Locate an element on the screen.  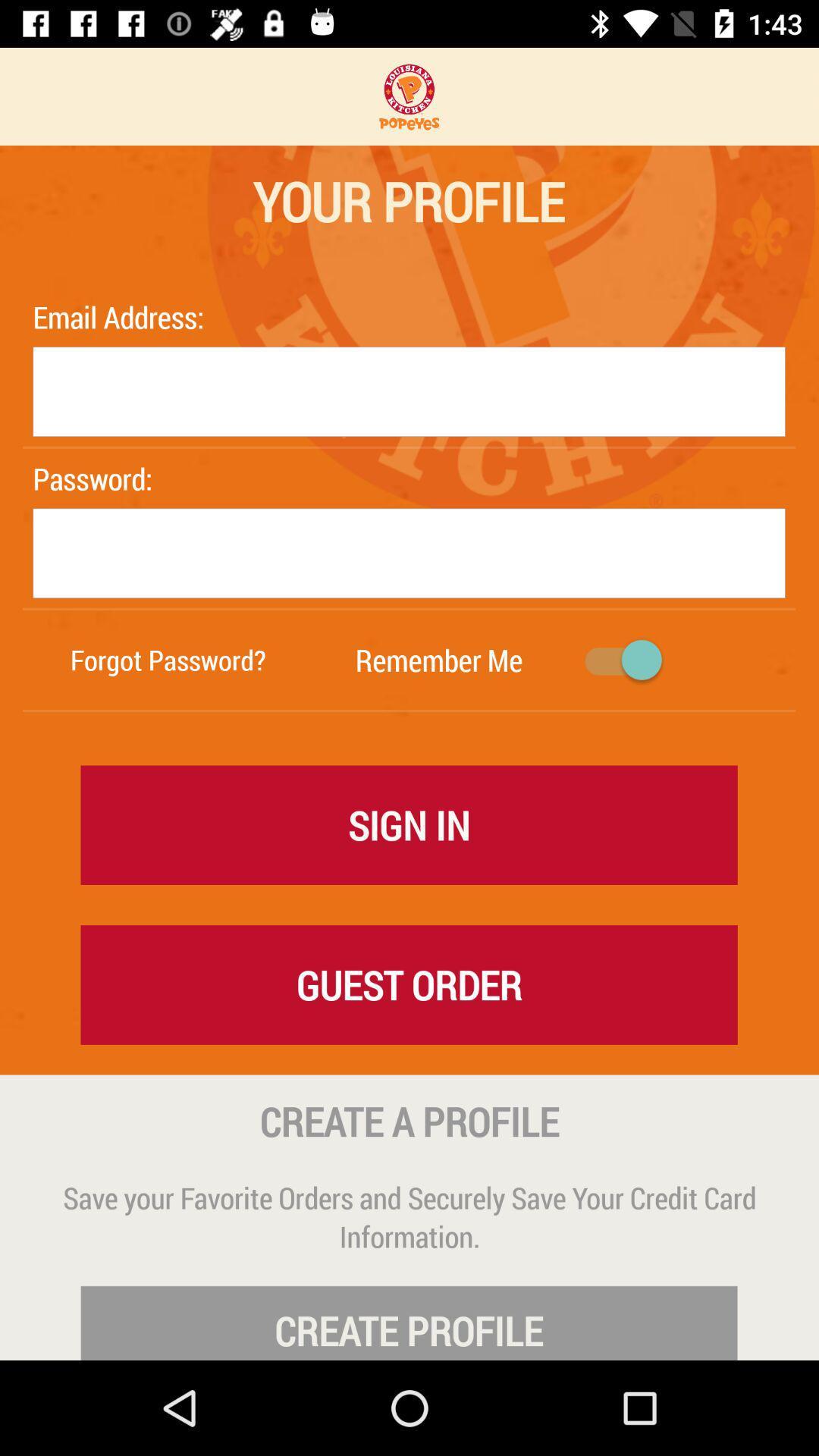
the guest order icon is located at coordinates (408, 984).